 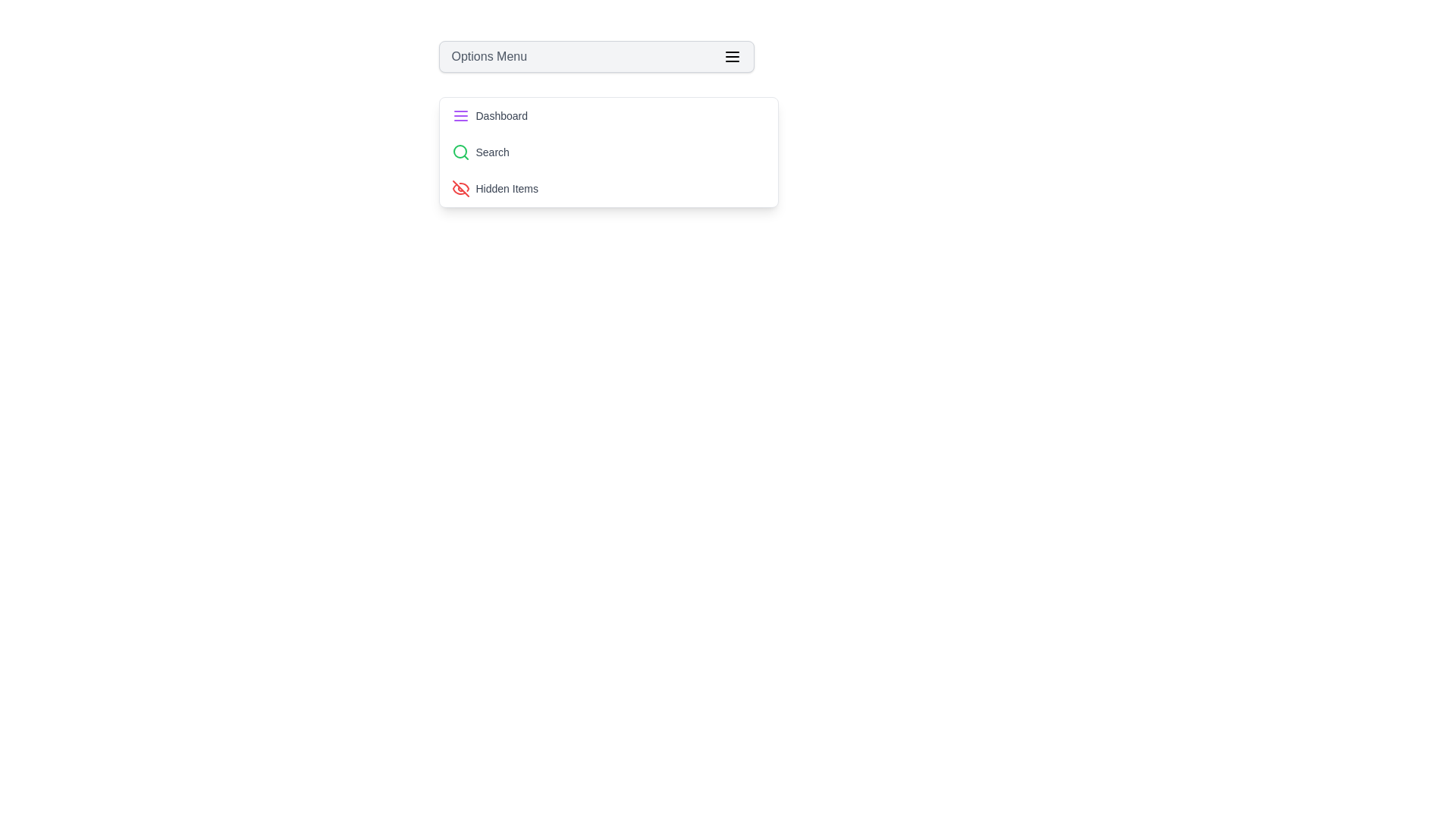 I want to click on to select the 'Manage Hidden Items' menu item, which is the third option in the dropdown menu below 'Dashboard' and 'Search', so click(x=608, y=188).